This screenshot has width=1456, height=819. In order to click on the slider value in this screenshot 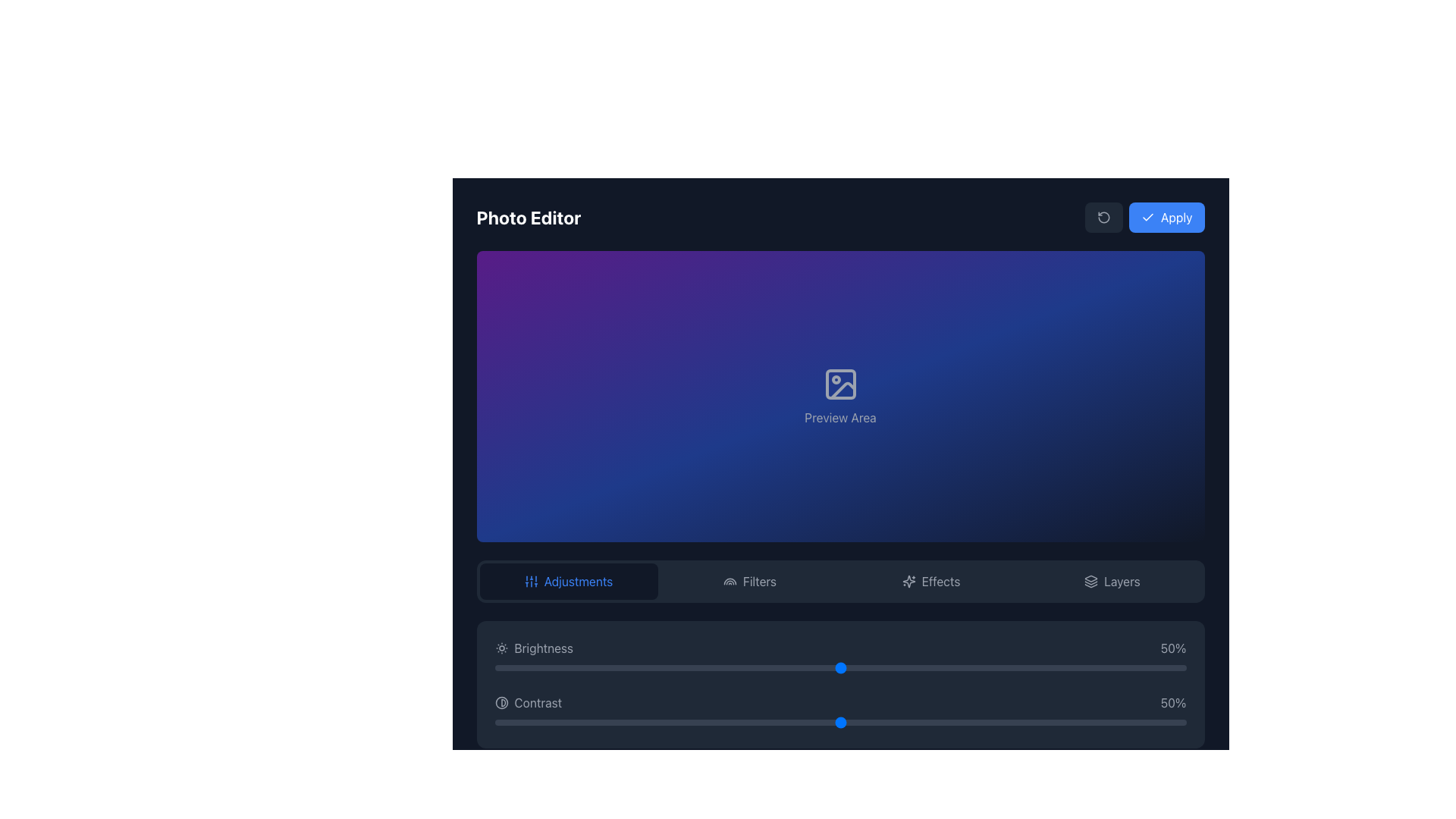, I will do `click(626, 667)`.